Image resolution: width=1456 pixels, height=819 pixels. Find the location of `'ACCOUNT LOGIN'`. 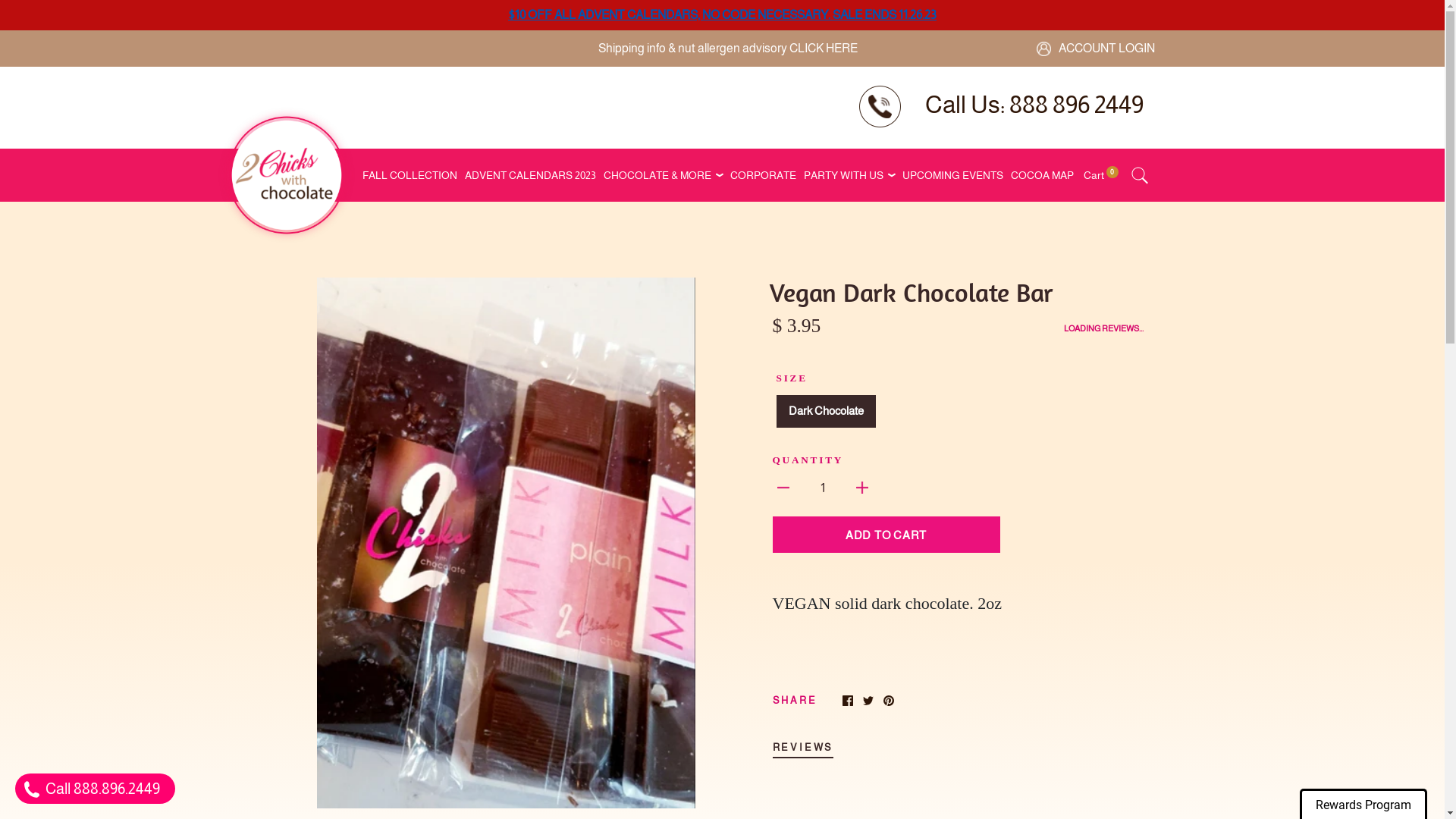

'ACCOUNT LOGIN' is located at coordinates (1095, 47).